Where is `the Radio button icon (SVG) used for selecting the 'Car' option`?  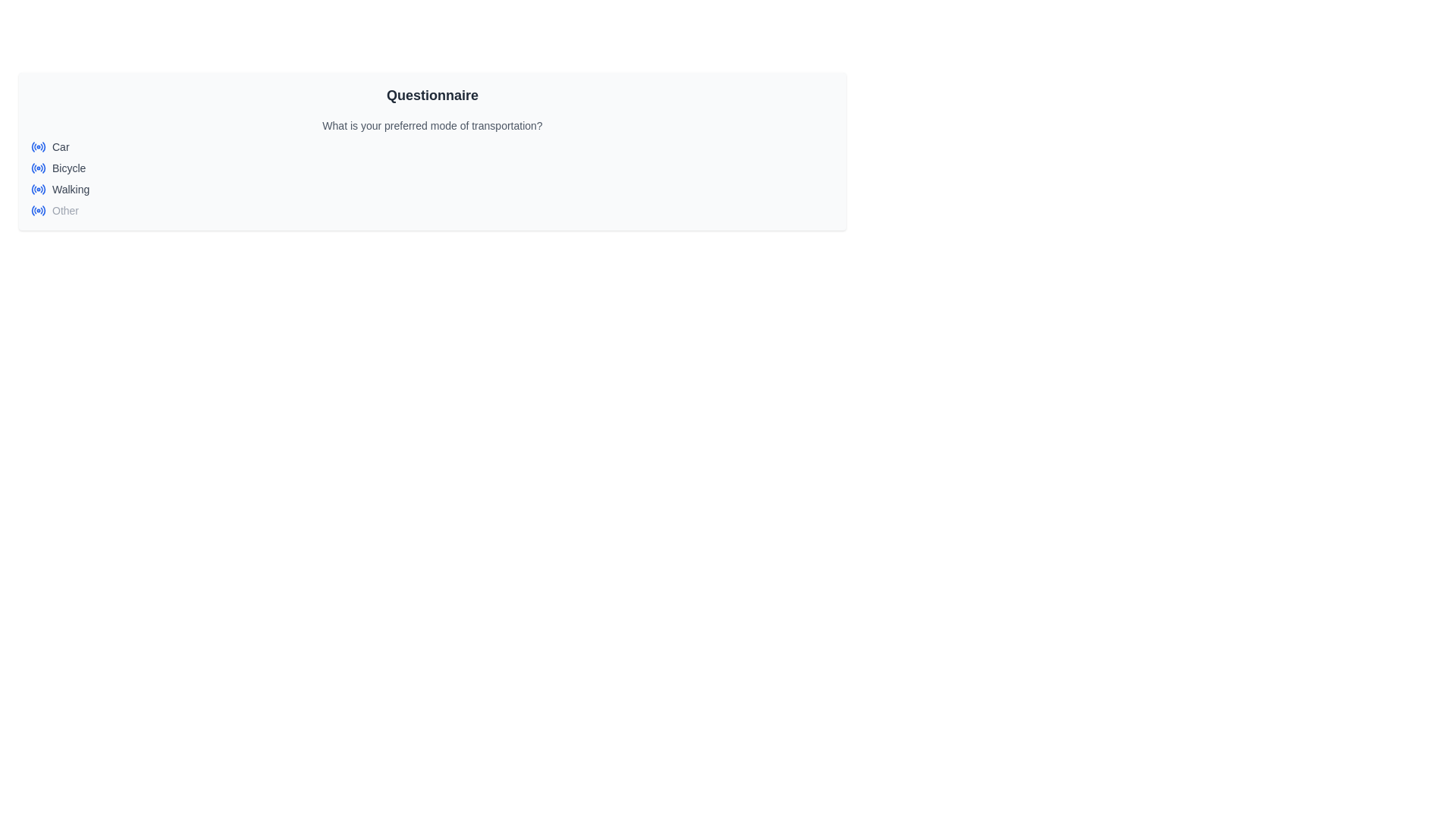 the Radio button icon (SVG) used for selecting the 'Car' option is located at coordinates (39, 146).